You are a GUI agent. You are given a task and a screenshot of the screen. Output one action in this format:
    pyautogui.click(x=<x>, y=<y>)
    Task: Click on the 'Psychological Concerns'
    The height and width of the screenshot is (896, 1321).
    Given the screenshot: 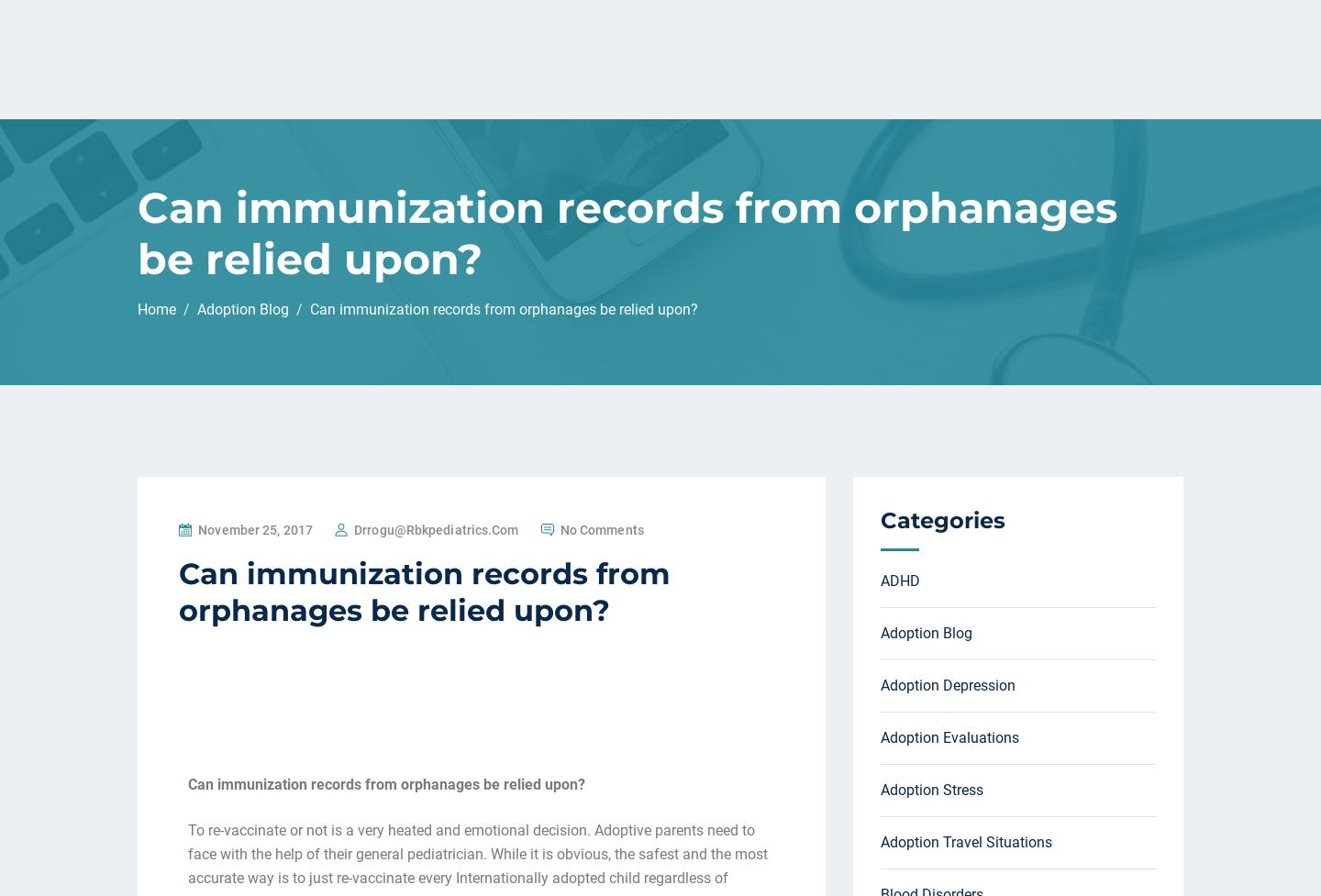 What is the action you would take?
    pyautogui.click(x=958, y=324)
    